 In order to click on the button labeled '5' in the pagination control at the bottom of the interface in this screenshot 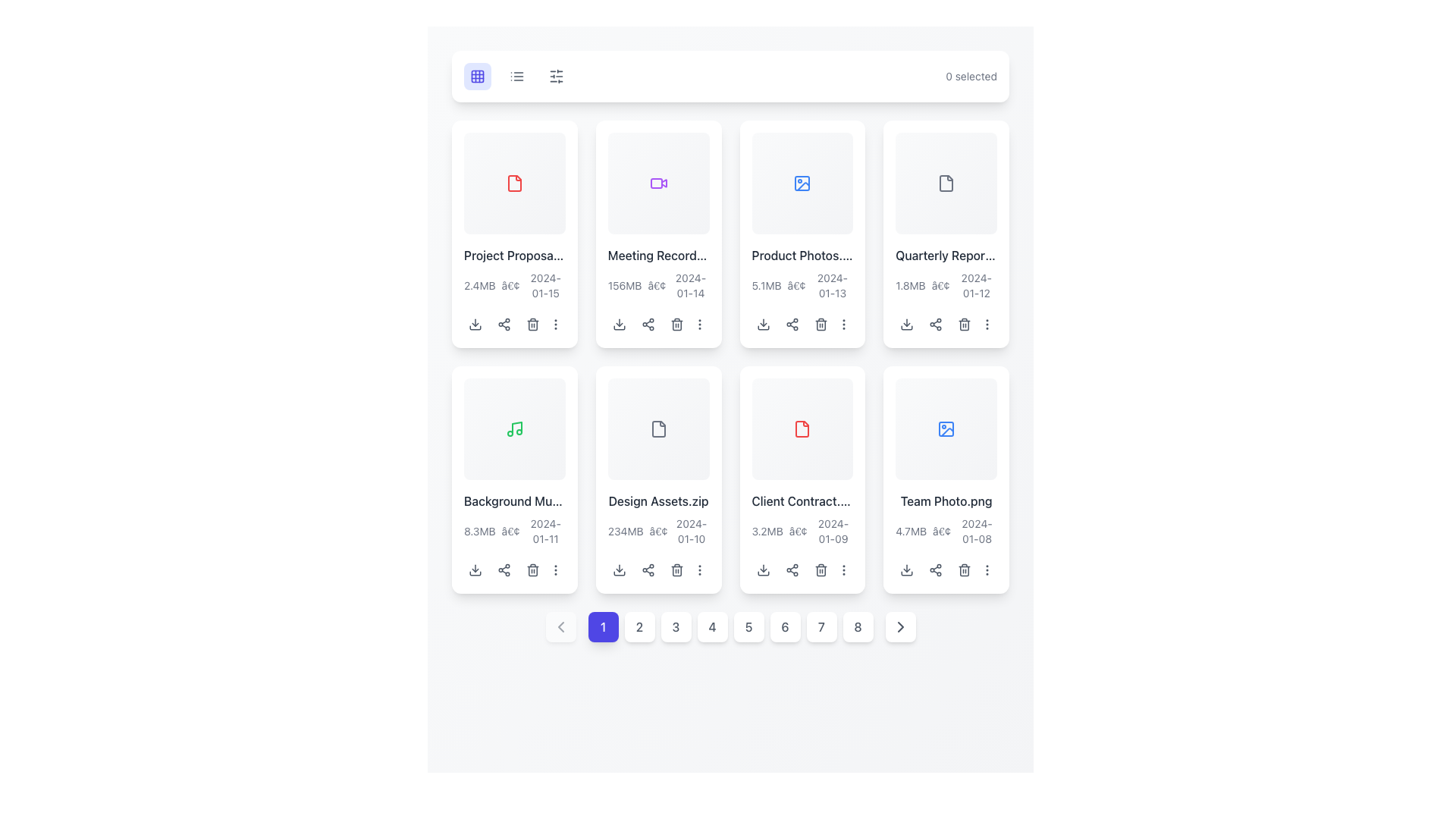, I will do `click(730, 626)`.